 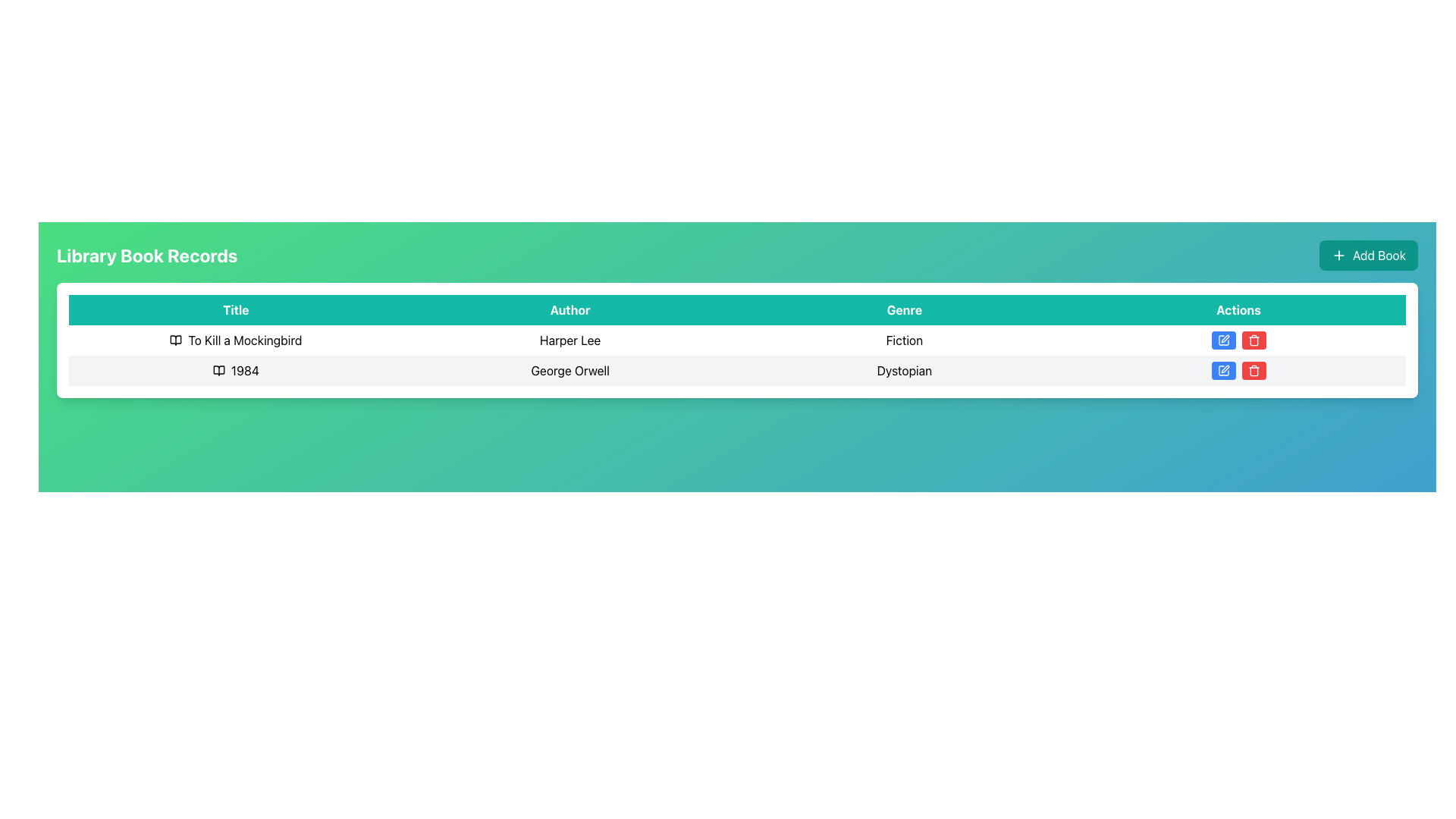 What do you see at coordinates (570, 371) in the screenshot?
I see `the text label displaying 'George Orwell' from its position in the 'Author' column of the book details table` at bounding box center [570, 371].